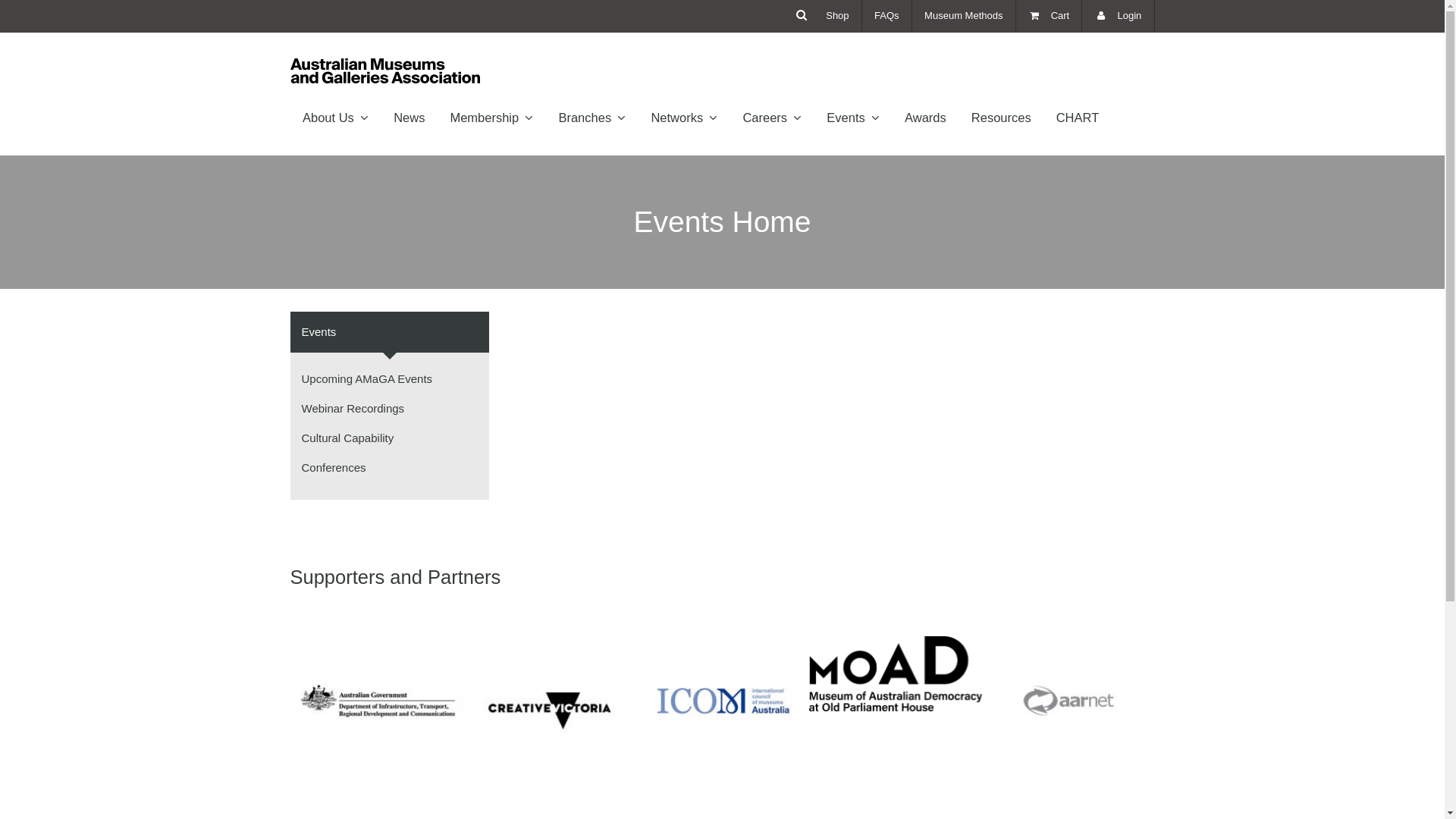  I want to click on 'Membership', so click(491, 116).